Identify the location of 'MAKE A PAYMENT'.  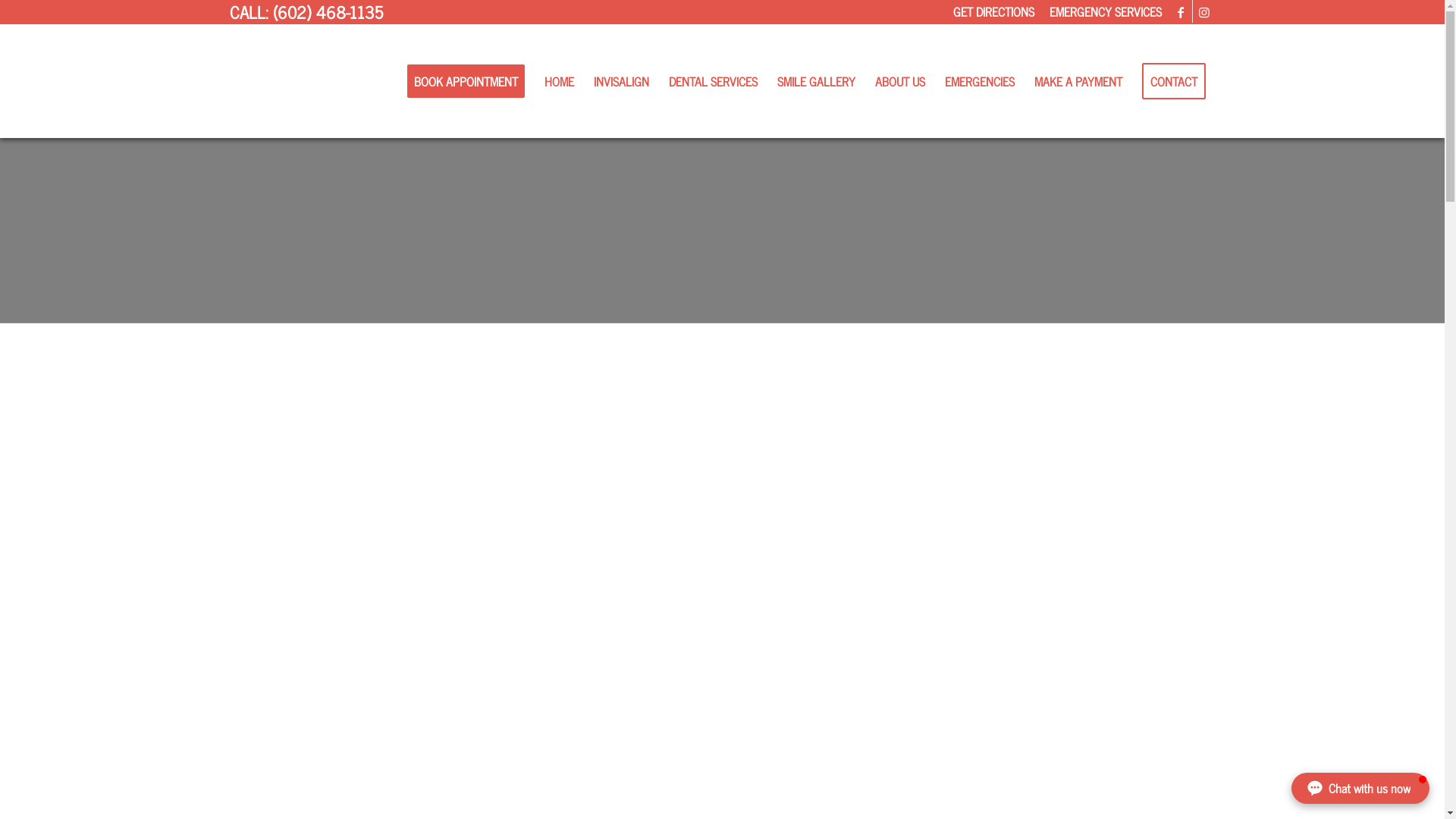
(1076, 81).